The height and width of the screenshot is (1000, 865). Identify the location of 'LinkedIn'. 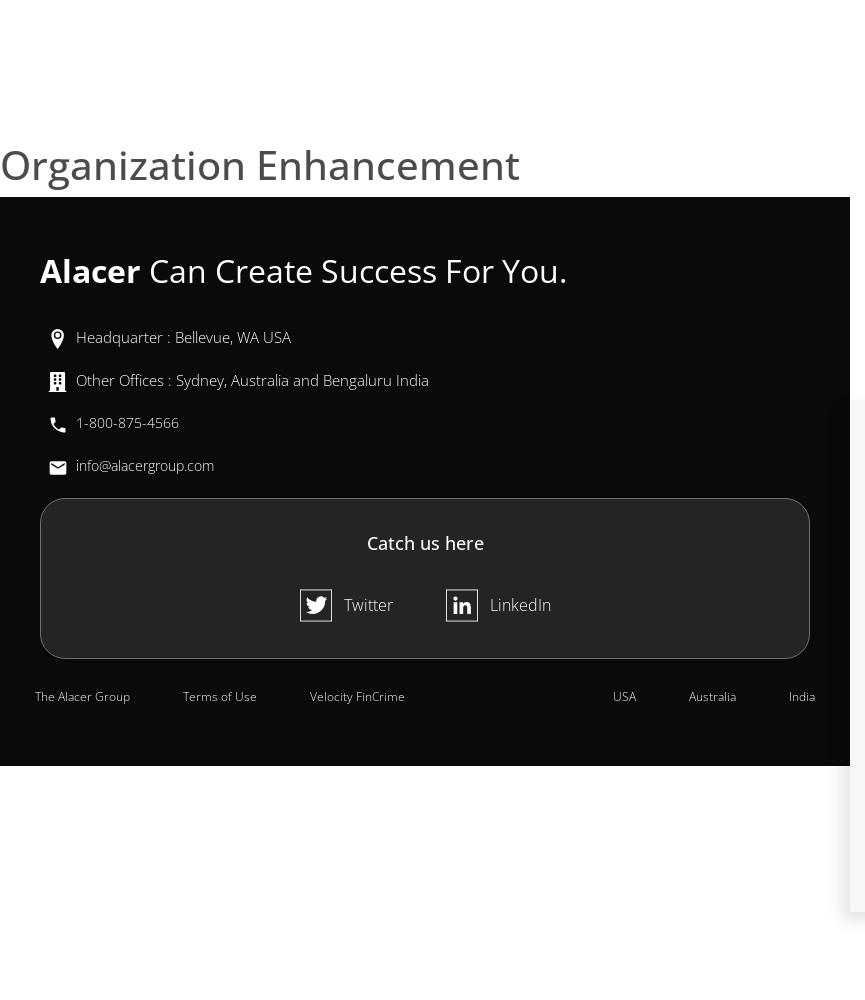
(518, 604).